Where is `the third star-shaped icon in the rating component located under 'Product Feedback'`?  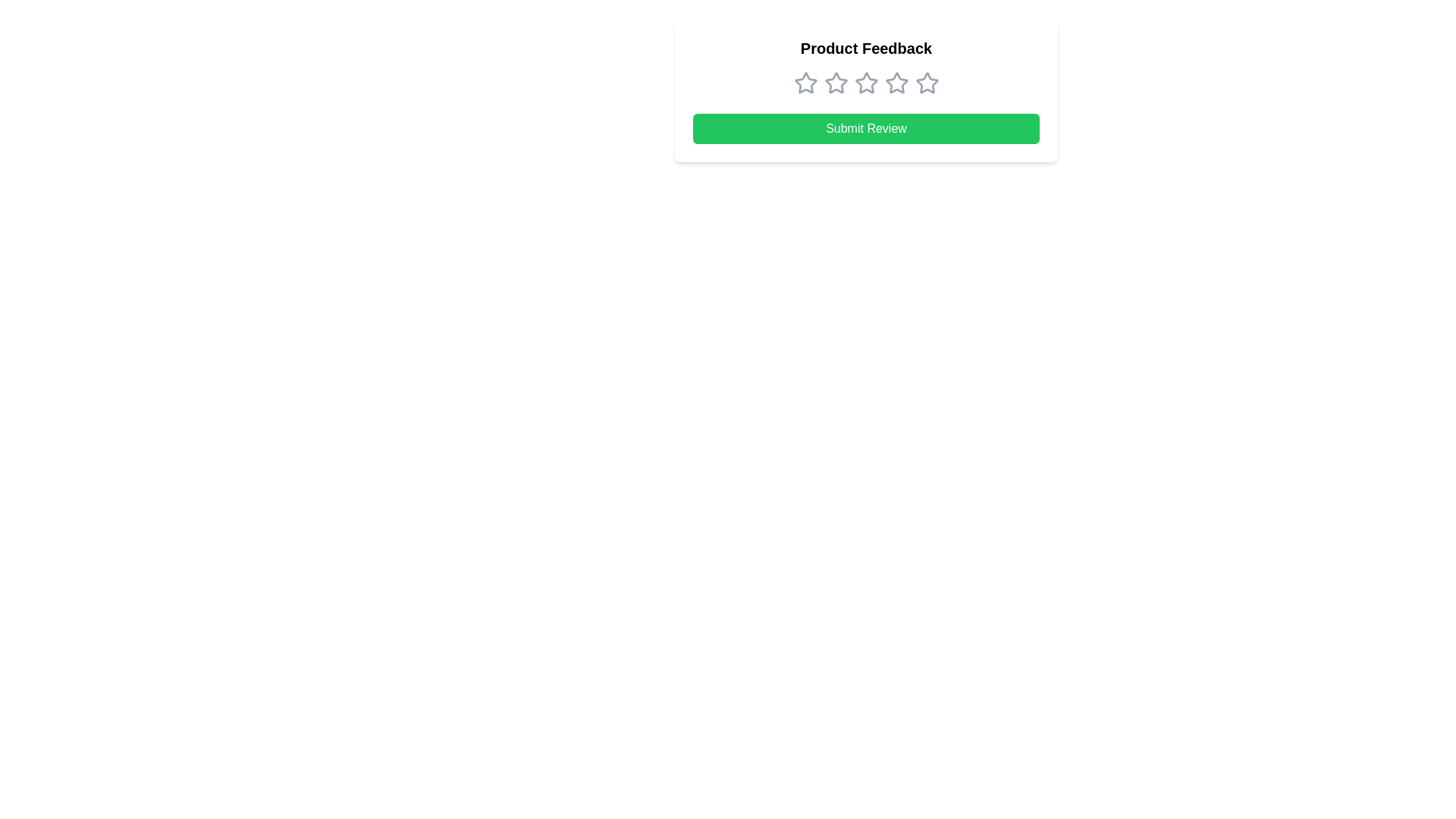 the third star-shaped icon in the rating component located under 'Product Feedback' is located at coordinates (896, 83).